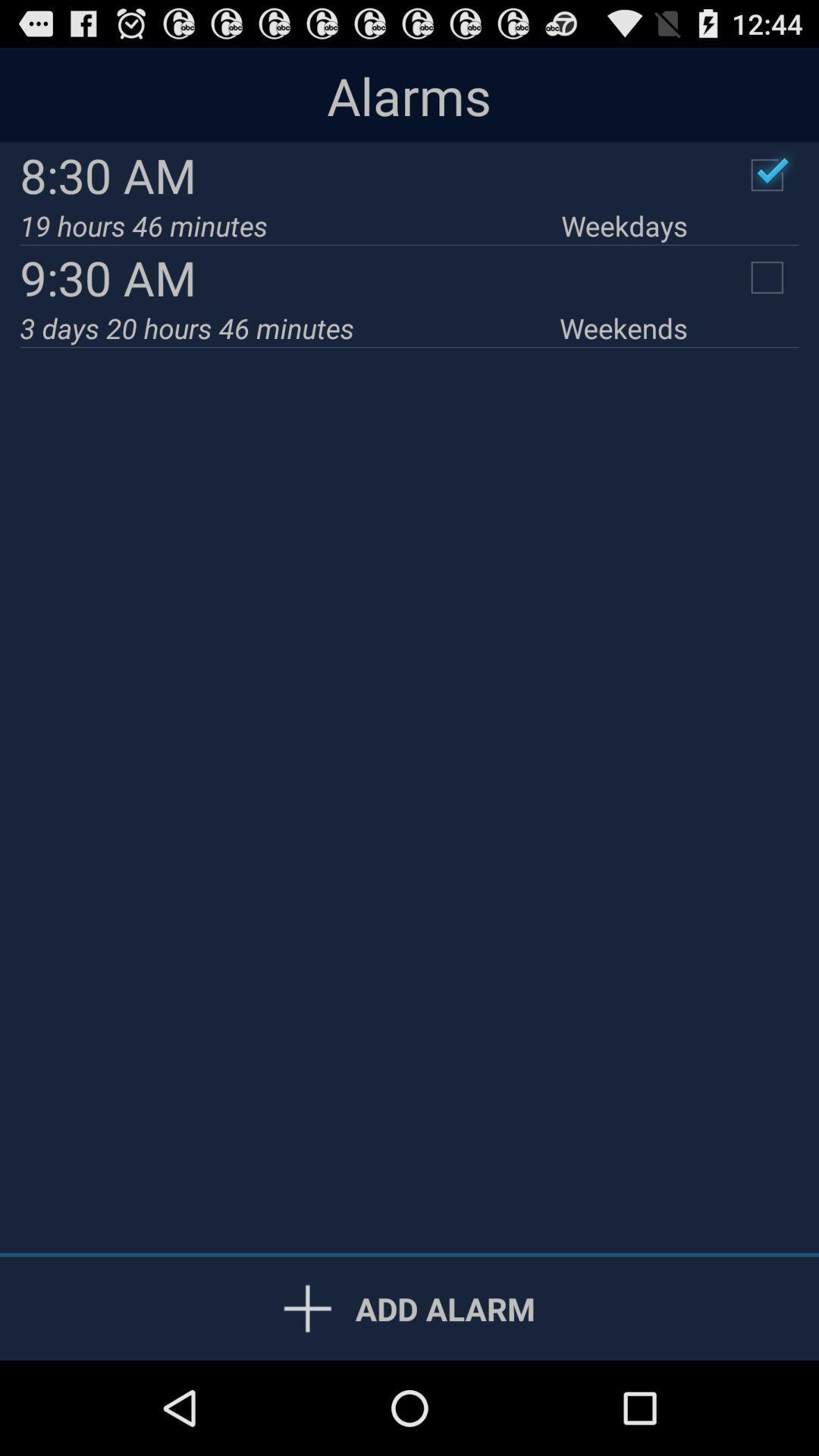  Describe the element at coordinates (623, 327) in the screenshot. I see `the app to the right of 3 days 20 icon` at that location.